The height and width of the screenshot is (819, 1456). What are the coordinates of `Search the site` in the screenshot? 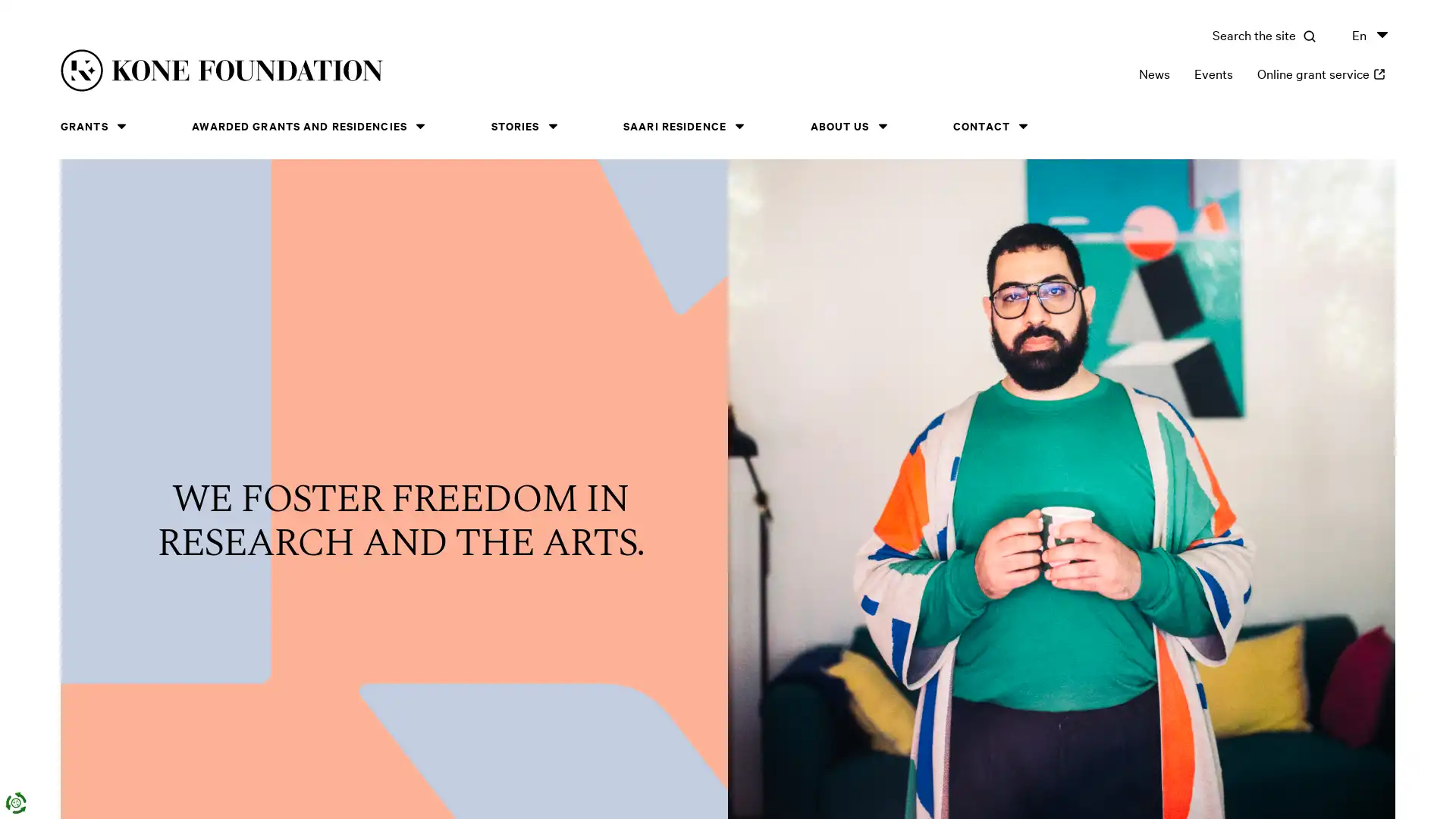 It's located at (1263, 34).